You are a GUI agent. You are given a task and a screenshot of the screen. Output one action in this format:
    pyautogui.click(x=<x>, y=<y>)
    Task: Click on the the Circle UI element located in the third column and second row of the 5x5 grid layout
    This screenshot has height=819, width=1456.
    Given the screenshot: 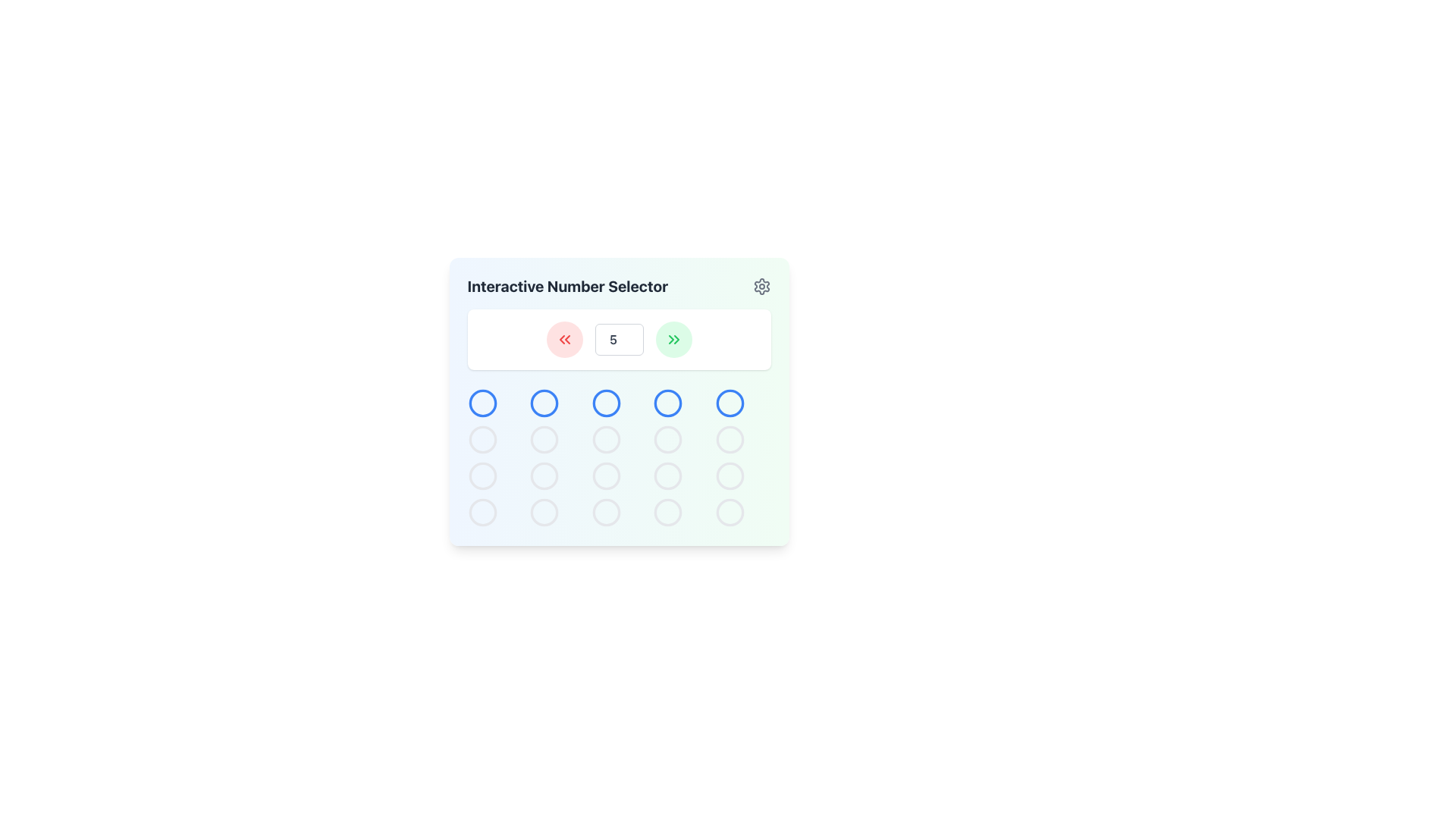 What is the action you would take?
    pyautogui.click(x=605, y=439)
    